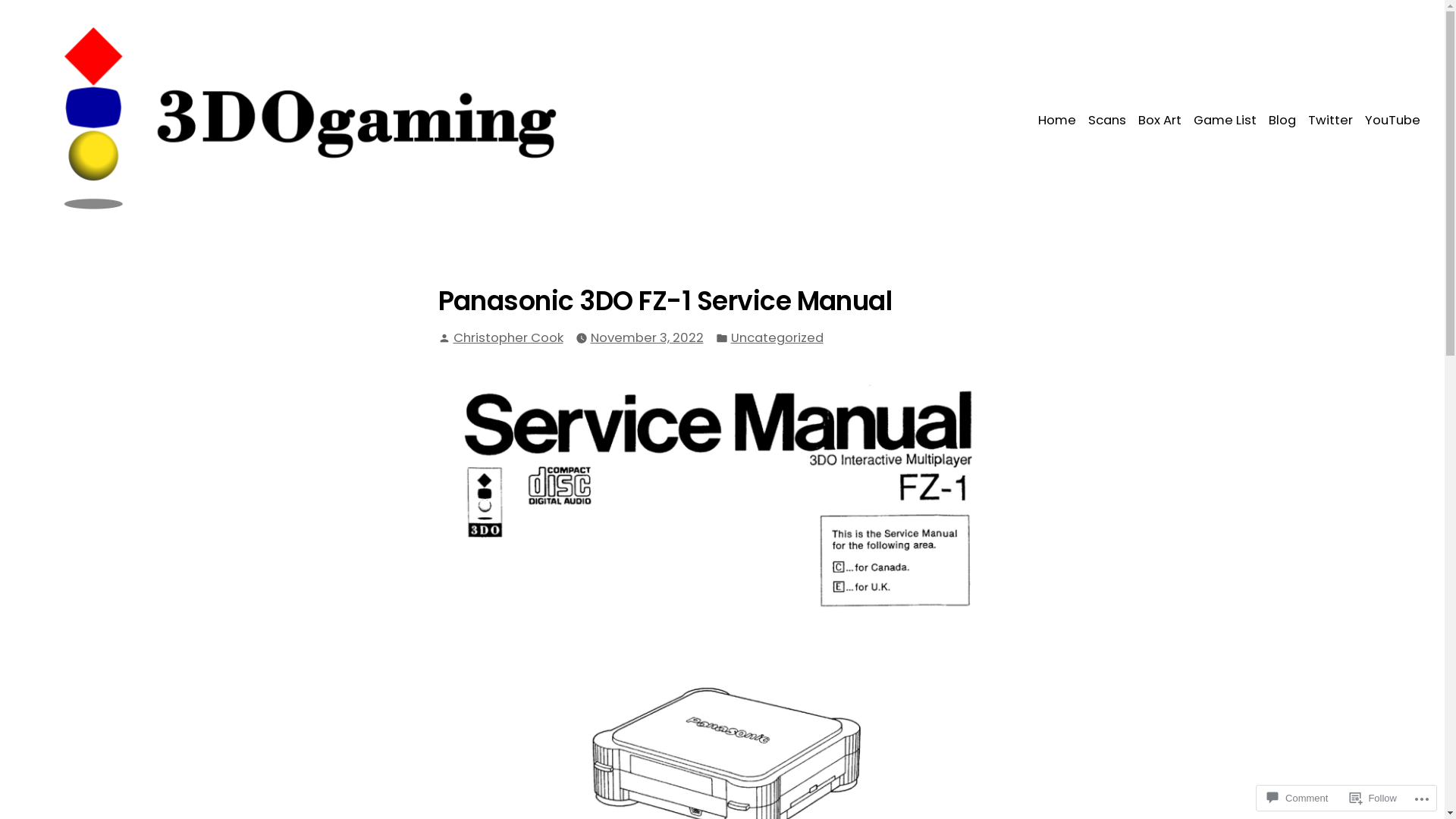 This screenshot has width=1456, height=819. Describe the element at coordinates (1225, 120) in the screenshot. I see `'Game List'` at that location.